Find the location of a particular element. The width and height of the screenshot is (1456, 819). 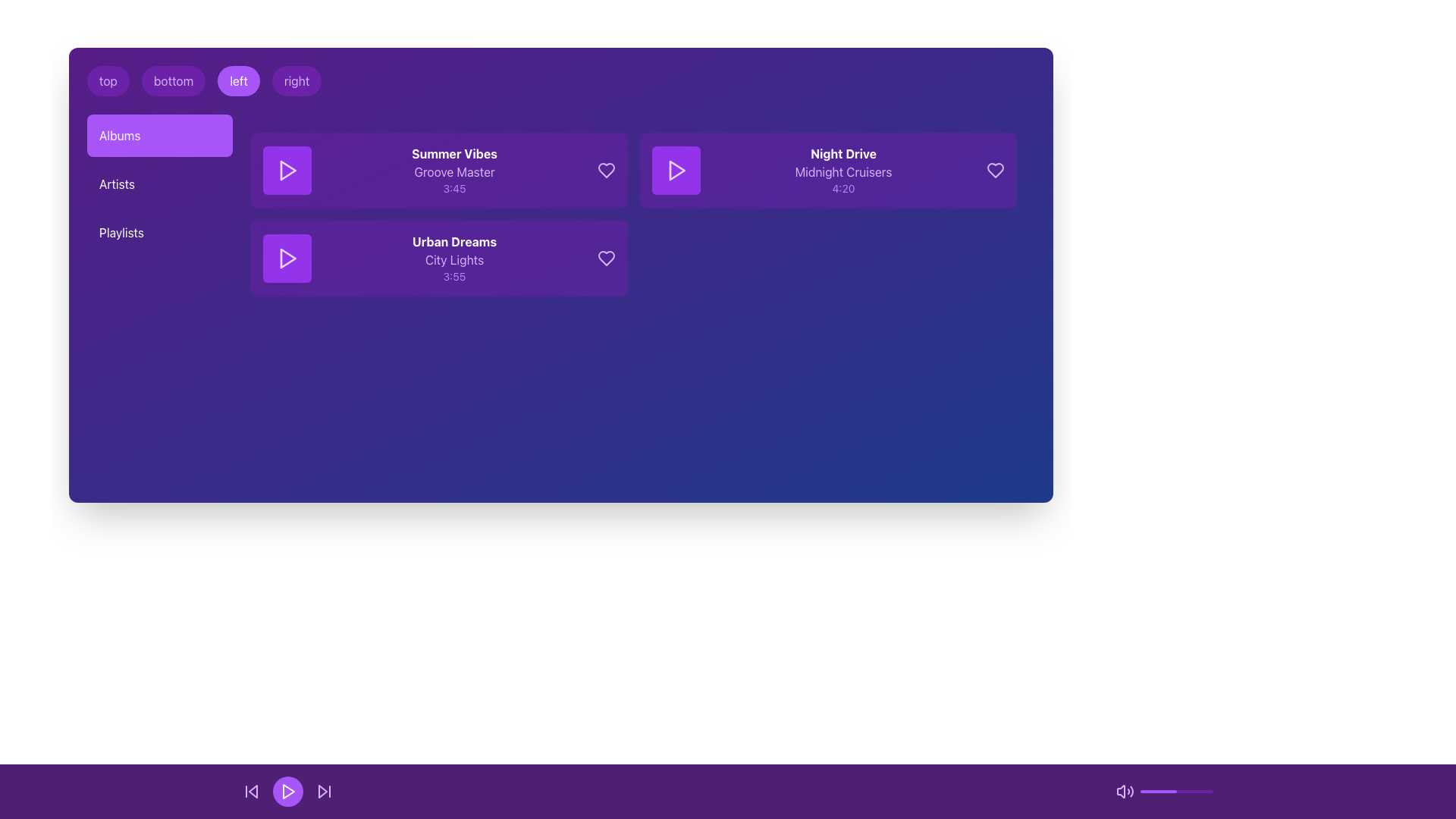

the play/pause button in the media player interface using keyboard navigation is located at coordinates (287, 791).